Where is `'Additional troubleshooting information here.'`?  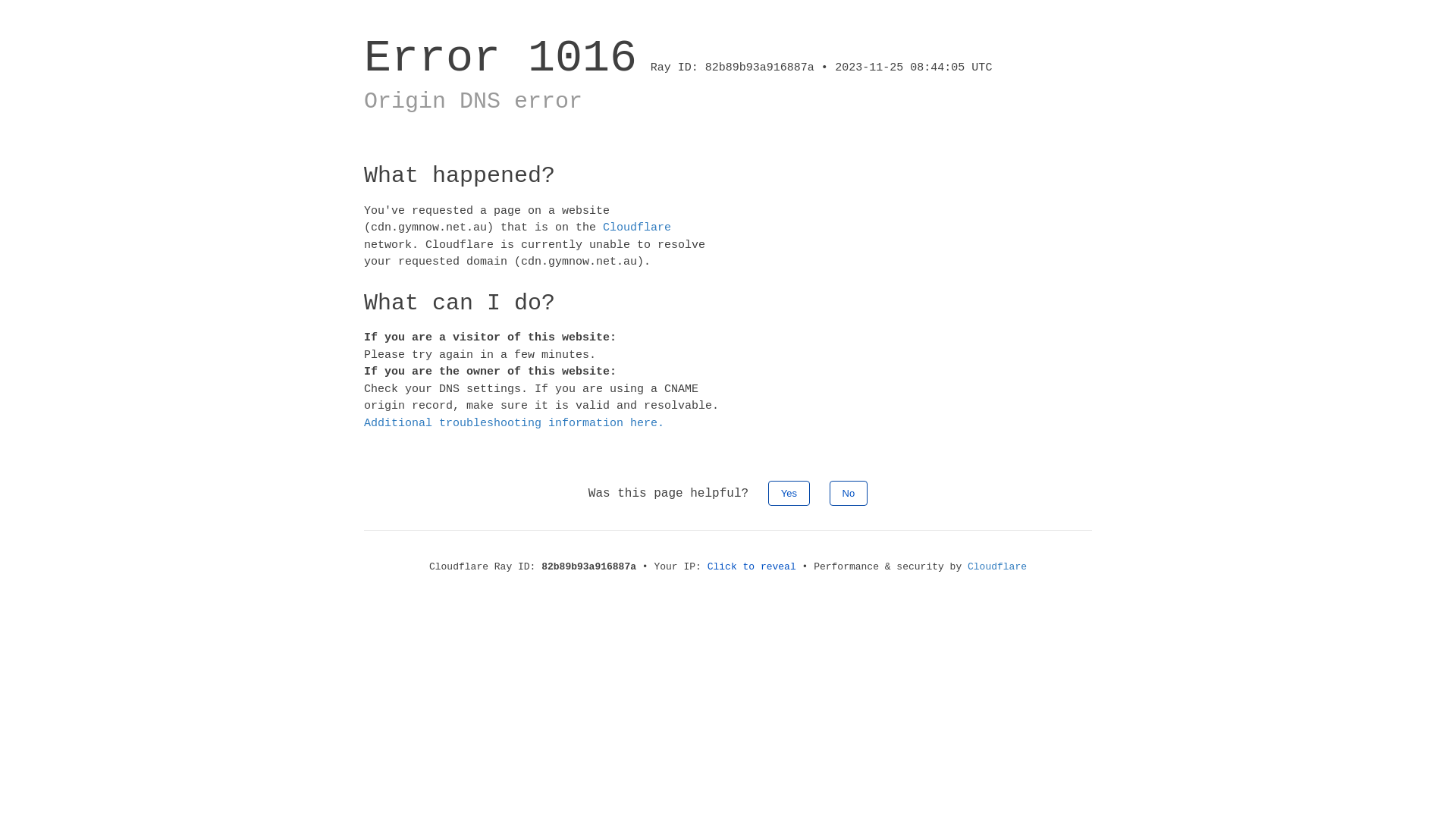
'Additional troubleshooting information here.' is located at coordinates (513, 423).